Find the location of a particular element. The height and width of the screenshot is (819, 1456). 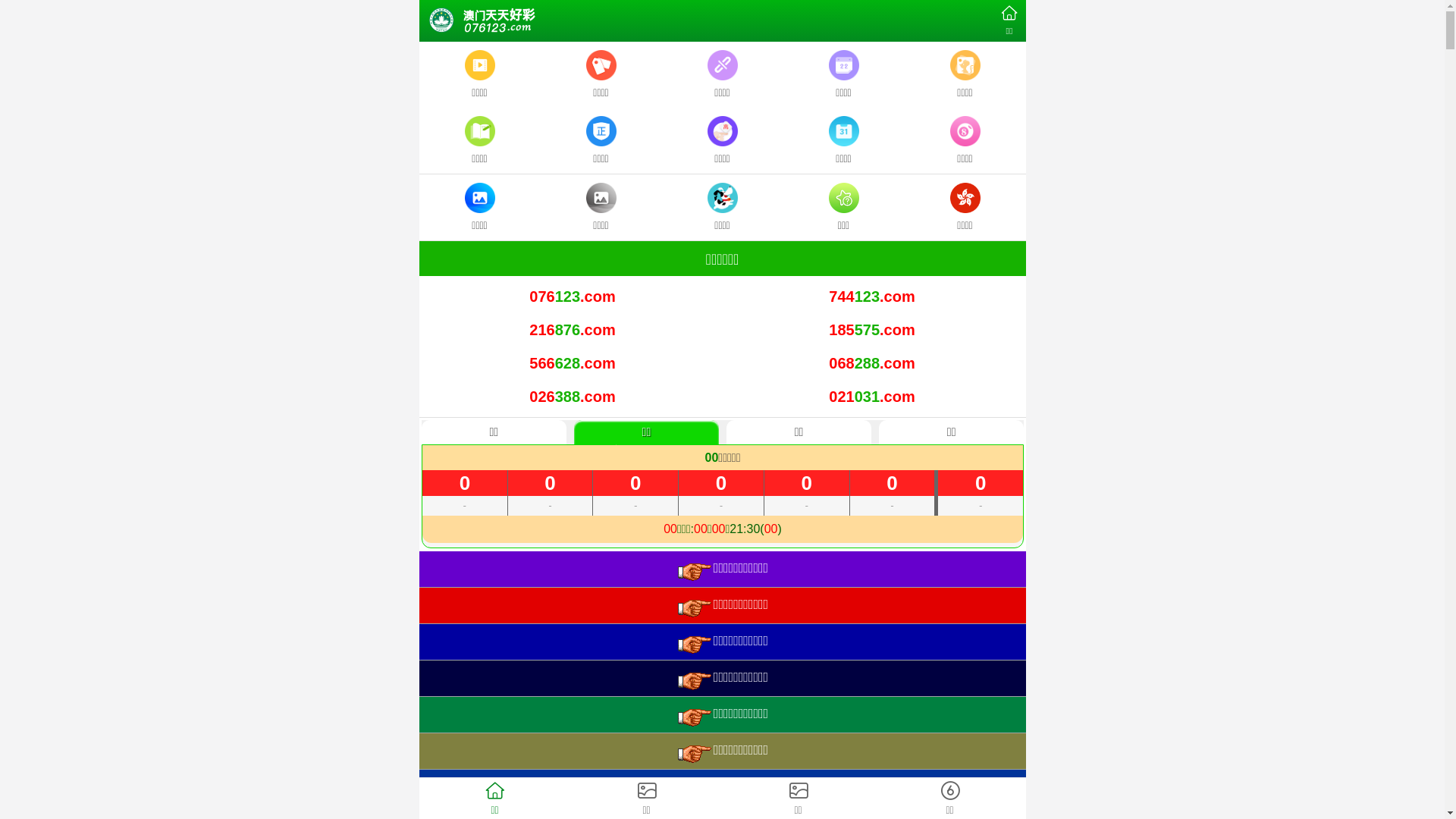

'185575.com' is located at coordinates (871, 329).